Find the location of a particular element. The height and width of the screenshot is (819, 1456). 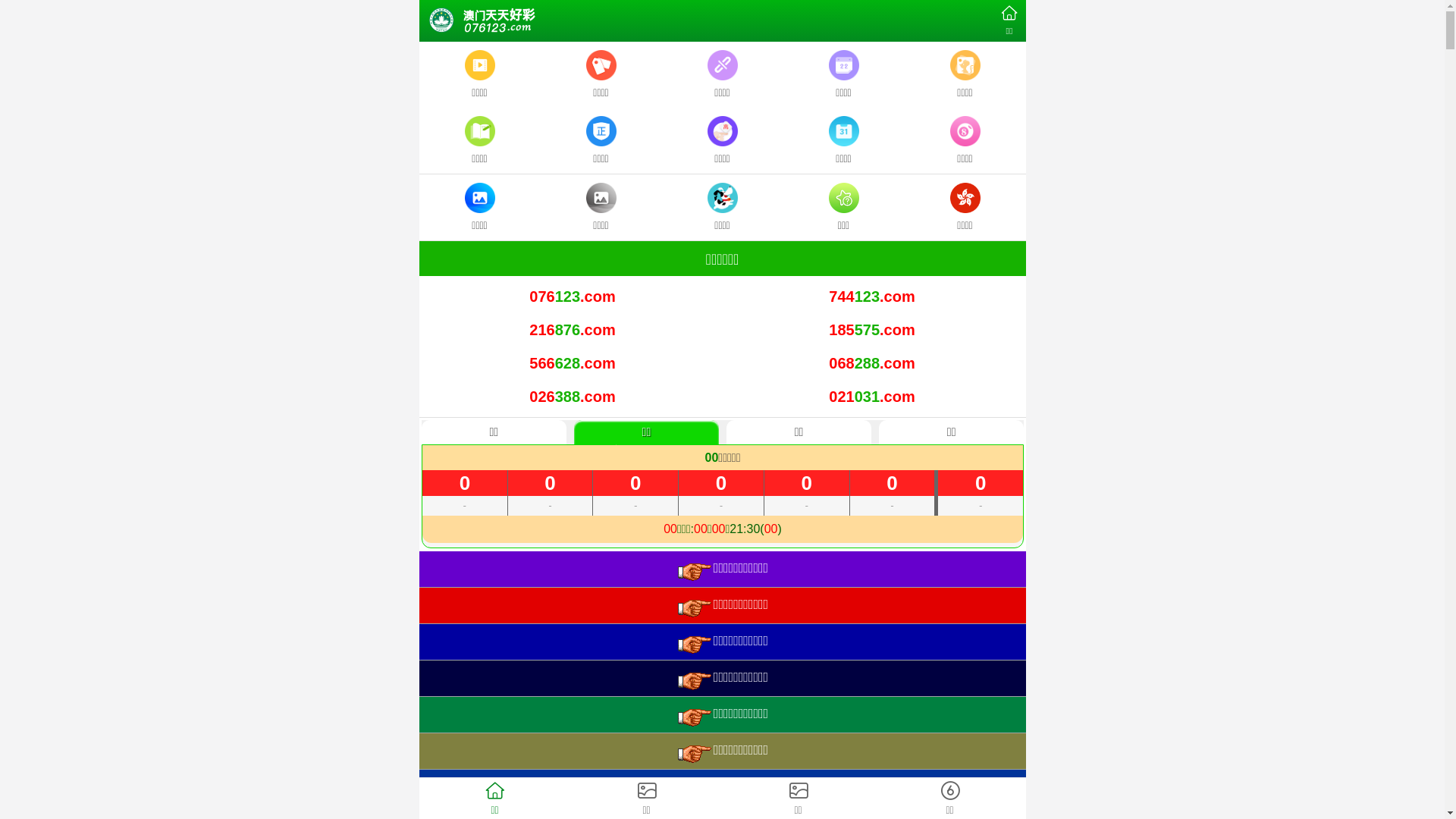

'185575.com' is located at coordinates (871, 329).